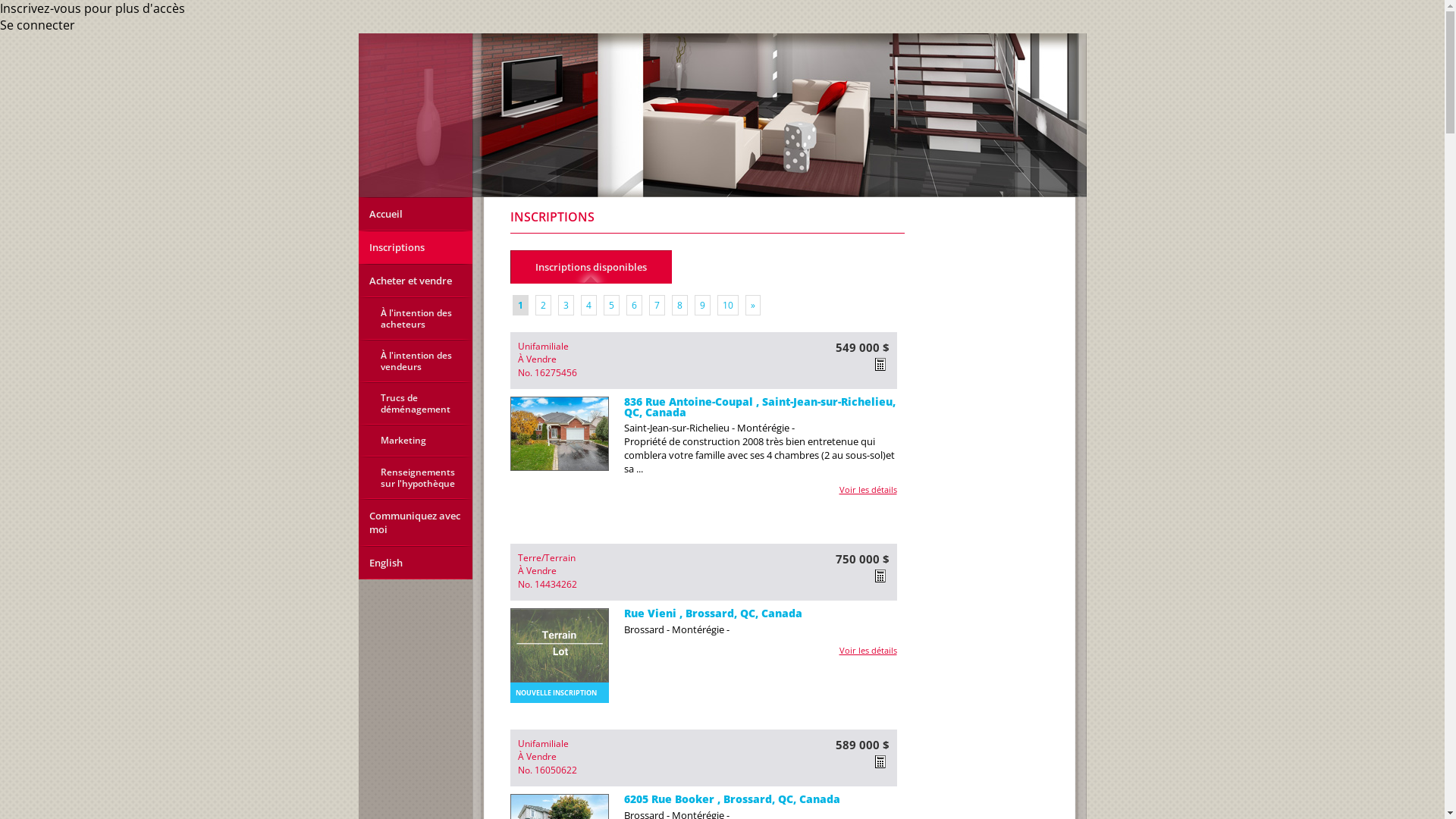 The image size is (1456, 819). Describe the element at coordinates (415, 562) in the screenshot. I see `'English'` at that location.